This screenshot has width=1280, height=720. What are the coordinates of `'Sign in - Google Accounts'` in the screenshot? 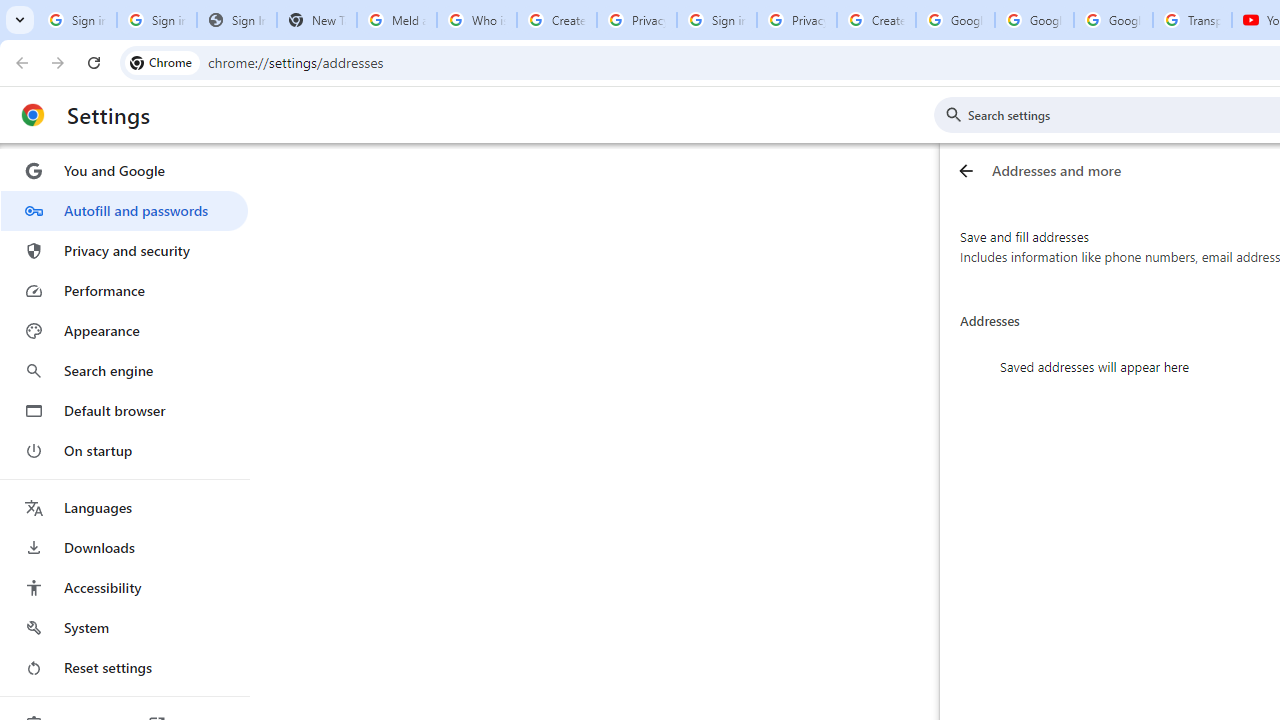 It's located at (716, 20).